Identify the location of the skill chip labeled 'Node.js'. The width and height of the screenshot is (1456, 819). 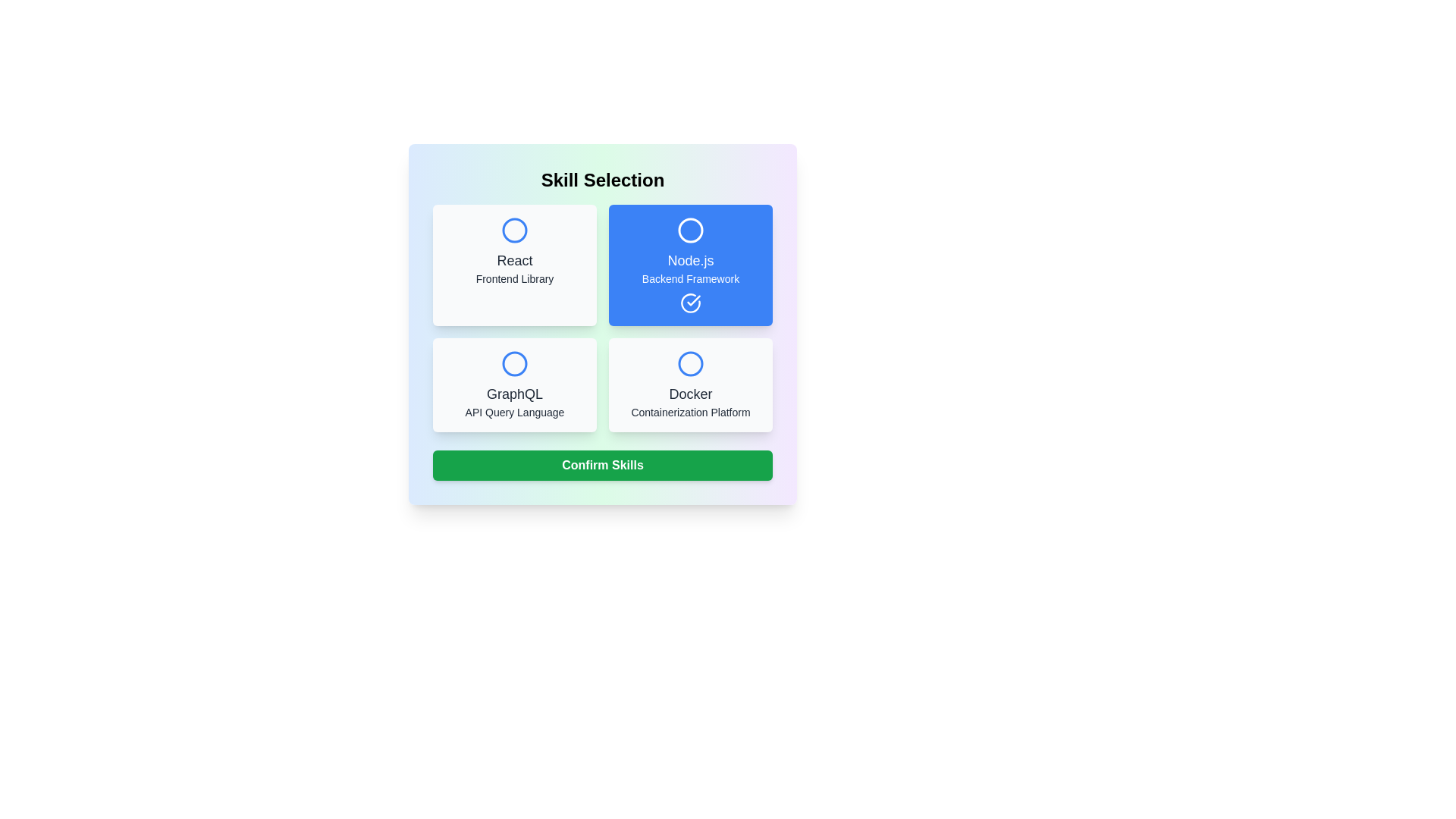
(690, 265).